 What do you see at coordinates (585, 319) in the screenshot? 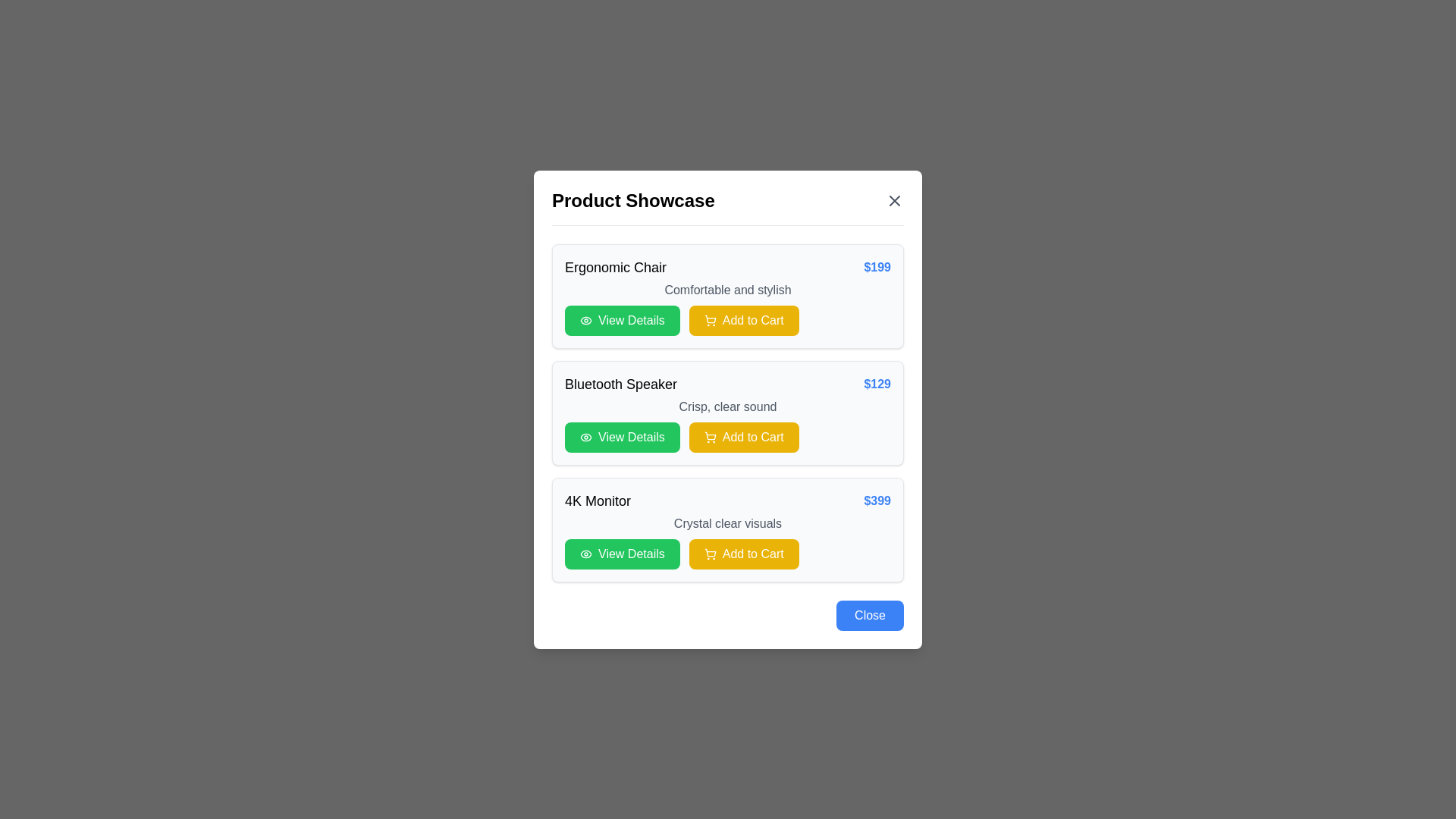
I see `the eye-shaped icon with a green background located to the left of the 'View Details' button in the 'Bluetooth Speaker' product listing` at bounding box center [585, 319].